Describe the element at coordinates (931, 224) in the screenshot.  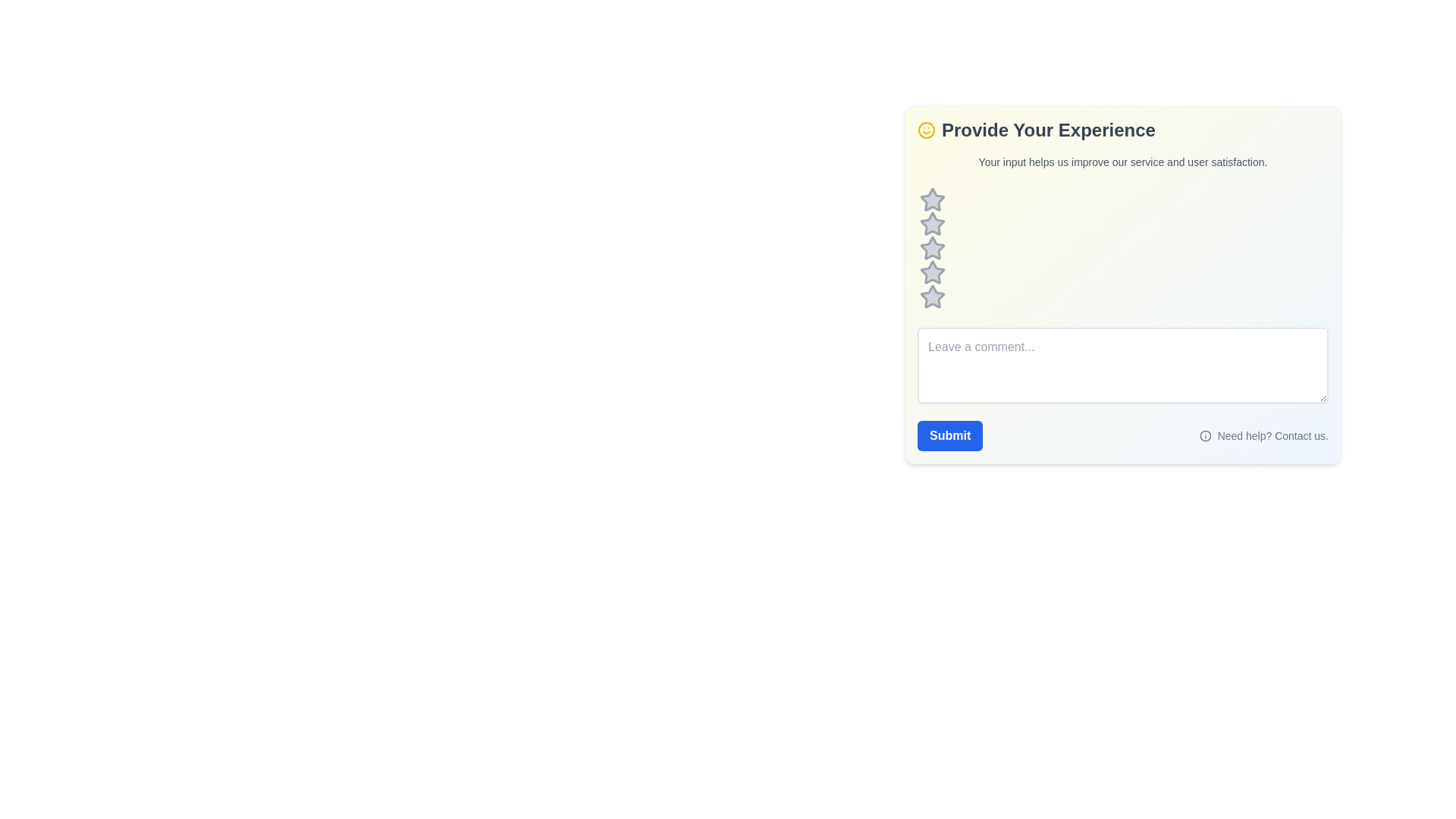
I see `the second star` at that location.